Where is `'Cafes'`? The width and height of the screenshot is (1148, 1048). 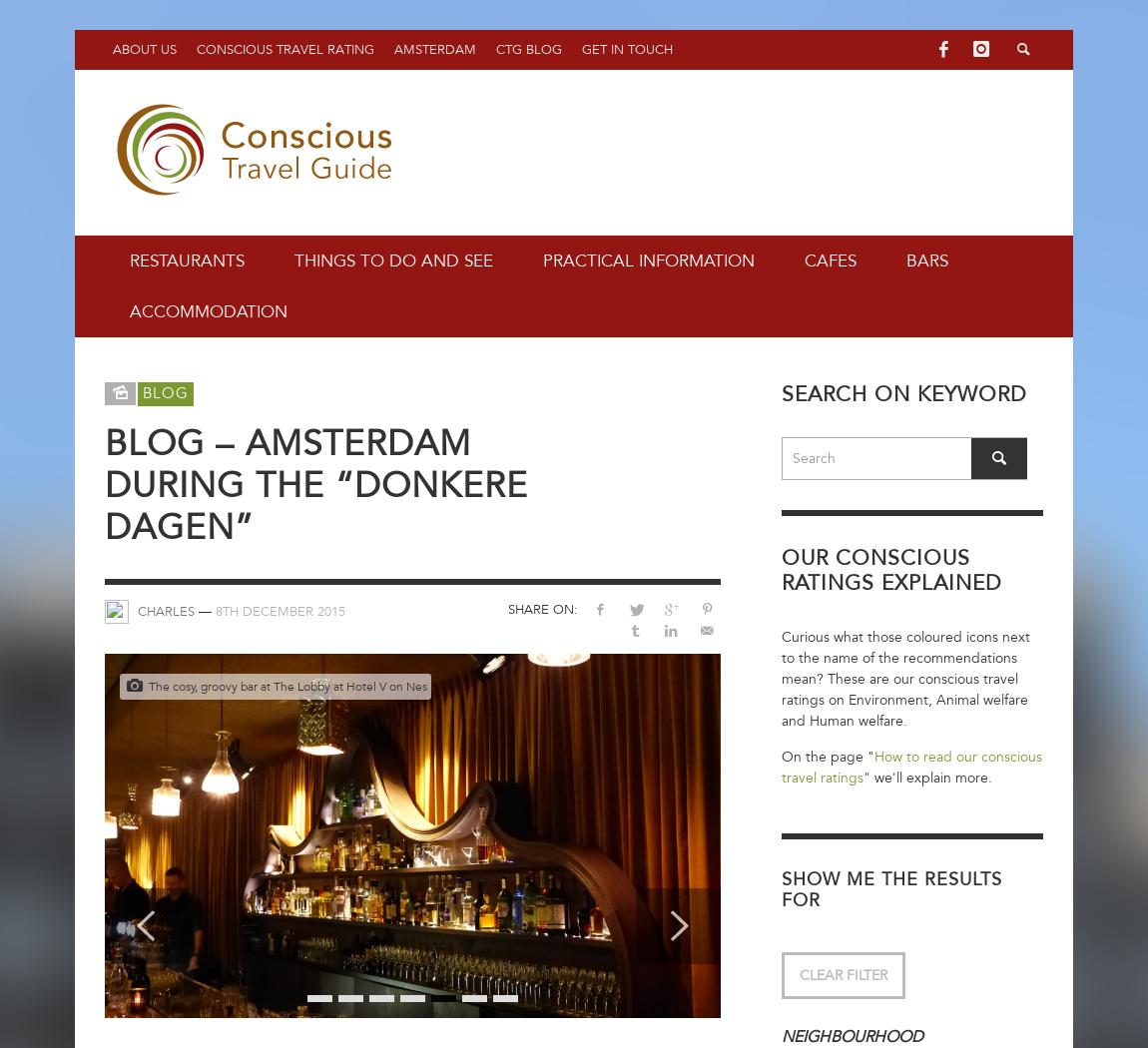
'Cafes' is located at coordinates (830, 261).